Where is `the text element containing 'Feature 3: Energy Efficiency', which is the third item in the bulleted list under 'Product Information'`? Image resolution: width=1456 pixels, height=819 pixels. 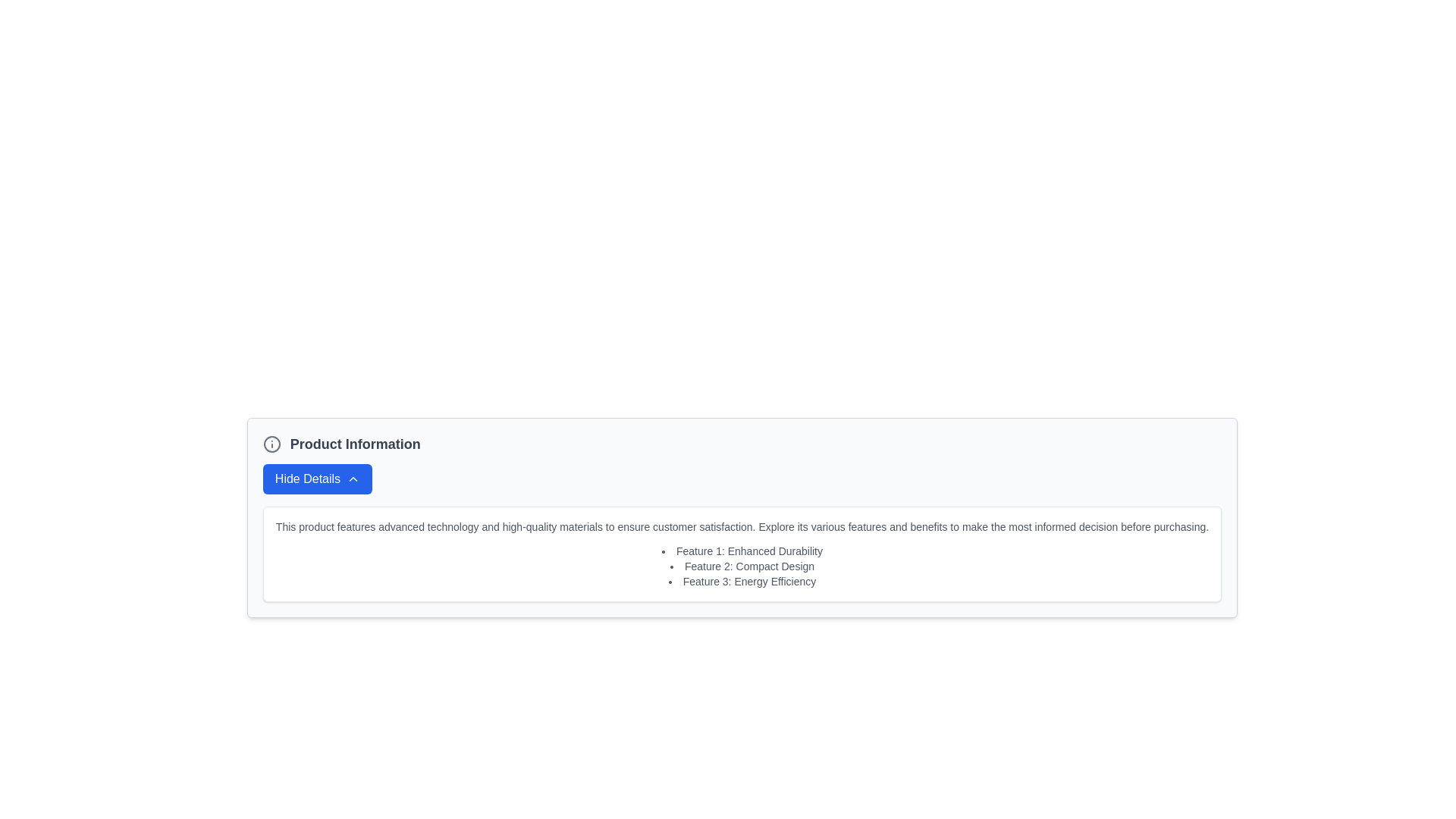
the text element containing 'Feature 3: Energy Efficiency', which is the third item in the bulleted list under 'Product Information' is located at coordinates (742, 581).